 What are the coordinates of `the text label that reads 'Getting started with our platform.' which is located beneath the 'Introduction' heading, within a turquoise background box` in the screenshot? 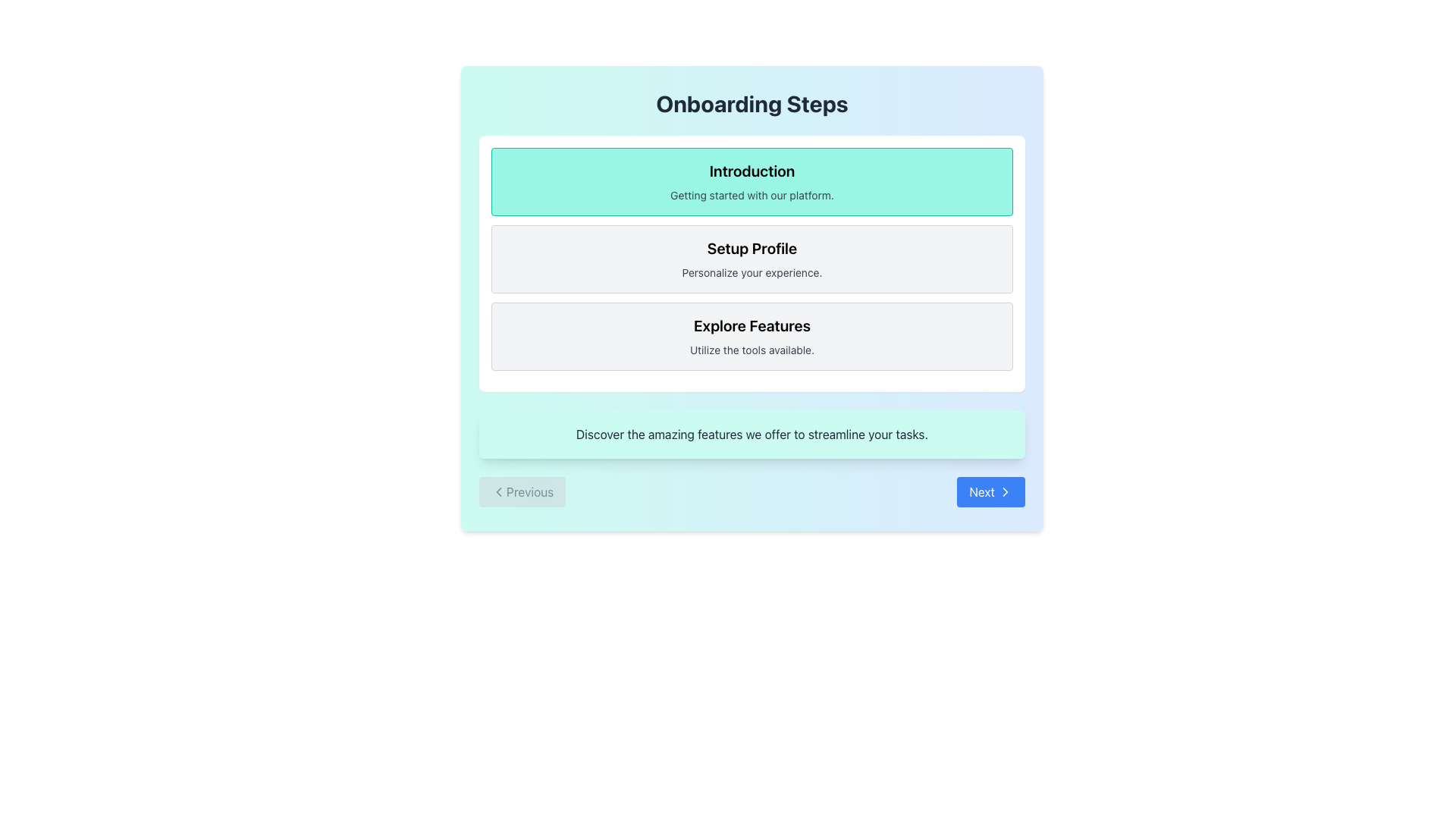 It's located at (752, 195).